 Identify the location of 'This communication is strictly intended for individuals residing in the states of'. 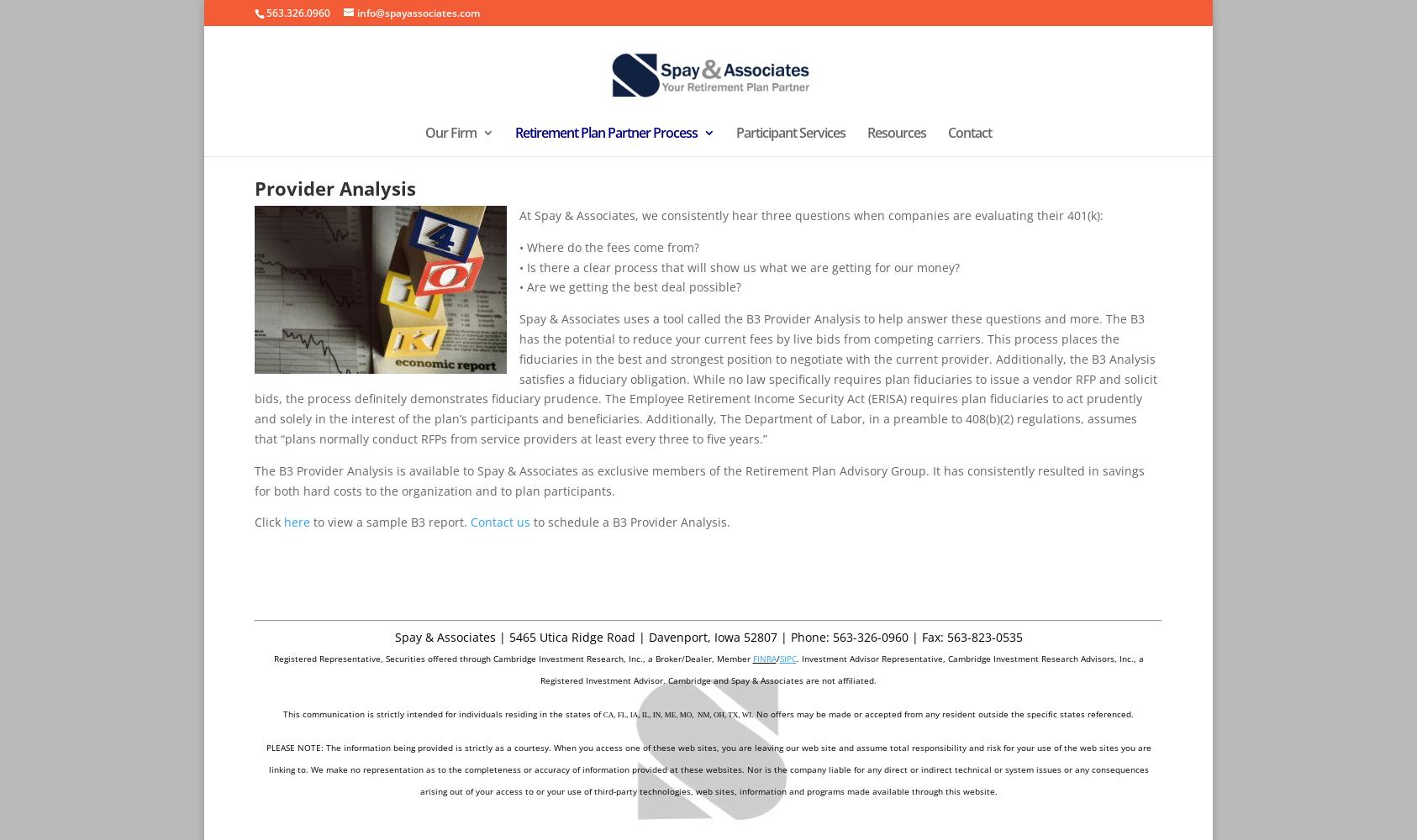
(442, 712).